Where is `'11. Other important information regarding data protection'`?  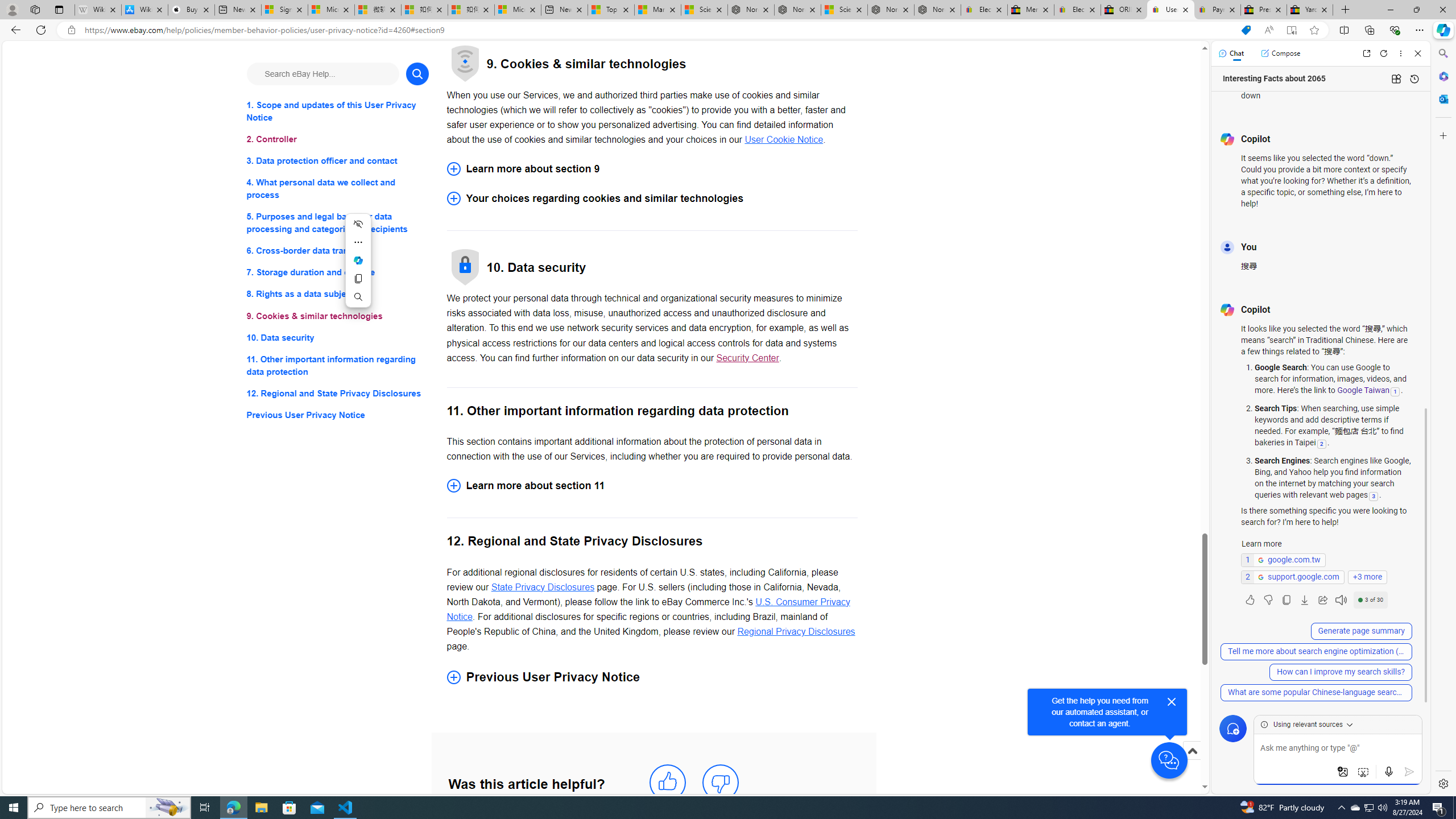
'11. Other important information regarding data protection' is located at coordinates (337, 365).